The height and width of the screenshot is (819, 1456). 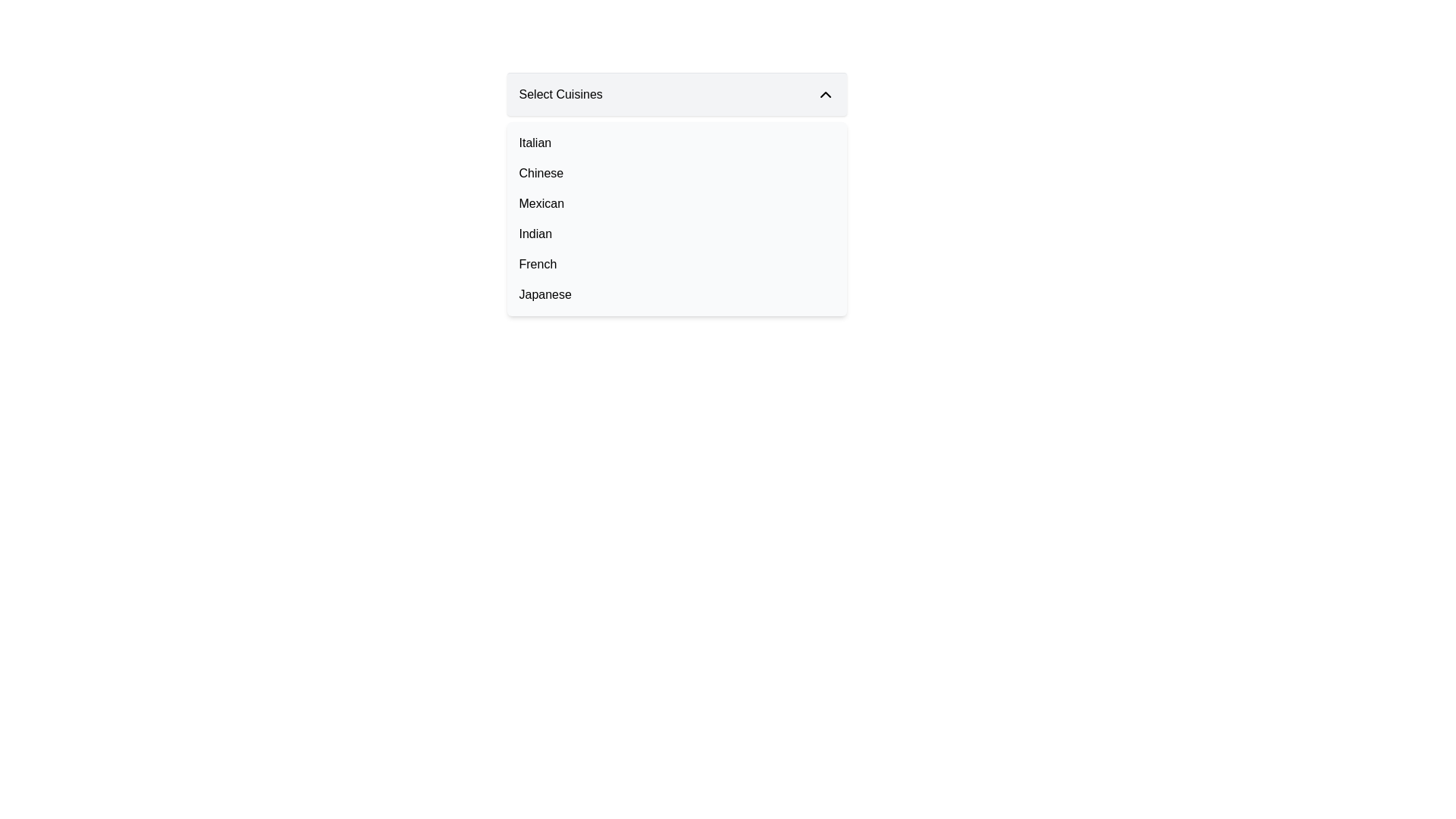 What do you see at coordinates (541, 172) in the screenshot?
I see `the text label displaying 'Chinese' in the dropdown menu` at bounding box center [541, 172].